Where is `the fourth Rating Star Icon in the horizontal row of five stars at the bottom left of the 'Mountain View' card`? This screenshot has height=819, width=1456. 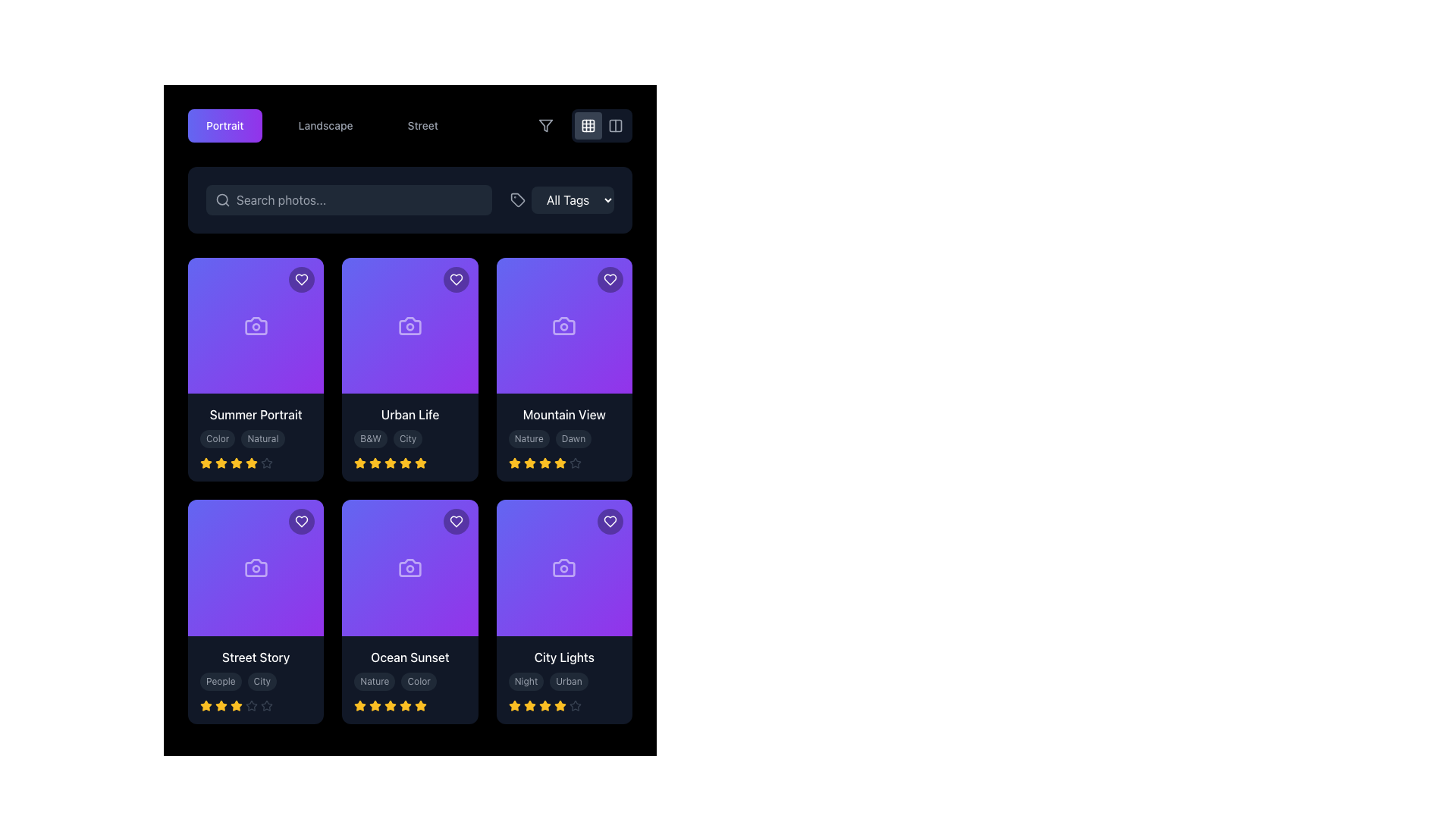 the fourth Rating Star Icon in the horizontal row of five stars at the bottom left of the 'Mountain View' card is located at coordinates (529, 463).